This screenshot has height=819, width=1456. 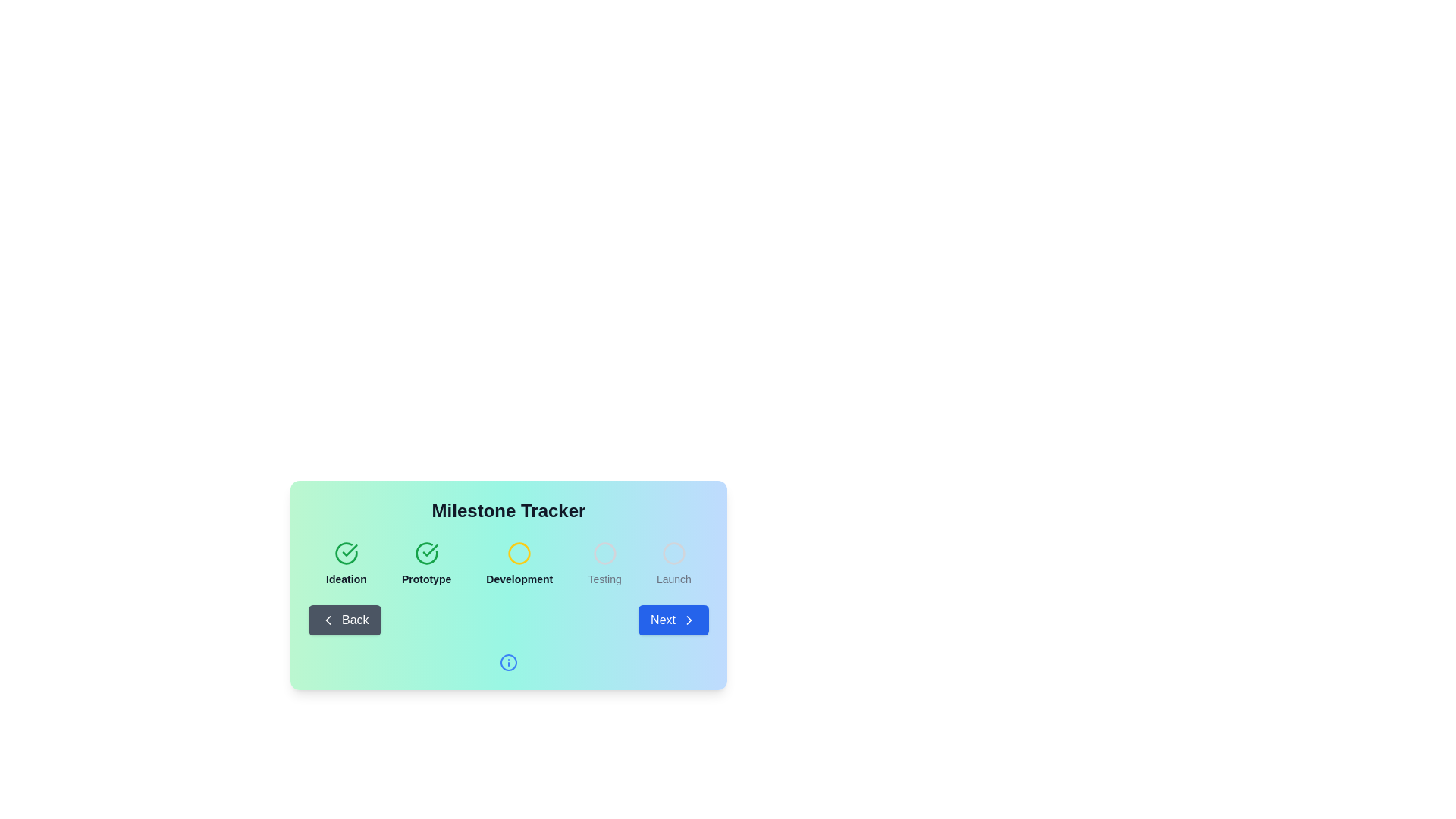 I want to click on label element with the text 'Ideation' that is accompanied by a green checkmark icon, positioned as the first item in the progress stages sequence, so click(x=345, y=564).